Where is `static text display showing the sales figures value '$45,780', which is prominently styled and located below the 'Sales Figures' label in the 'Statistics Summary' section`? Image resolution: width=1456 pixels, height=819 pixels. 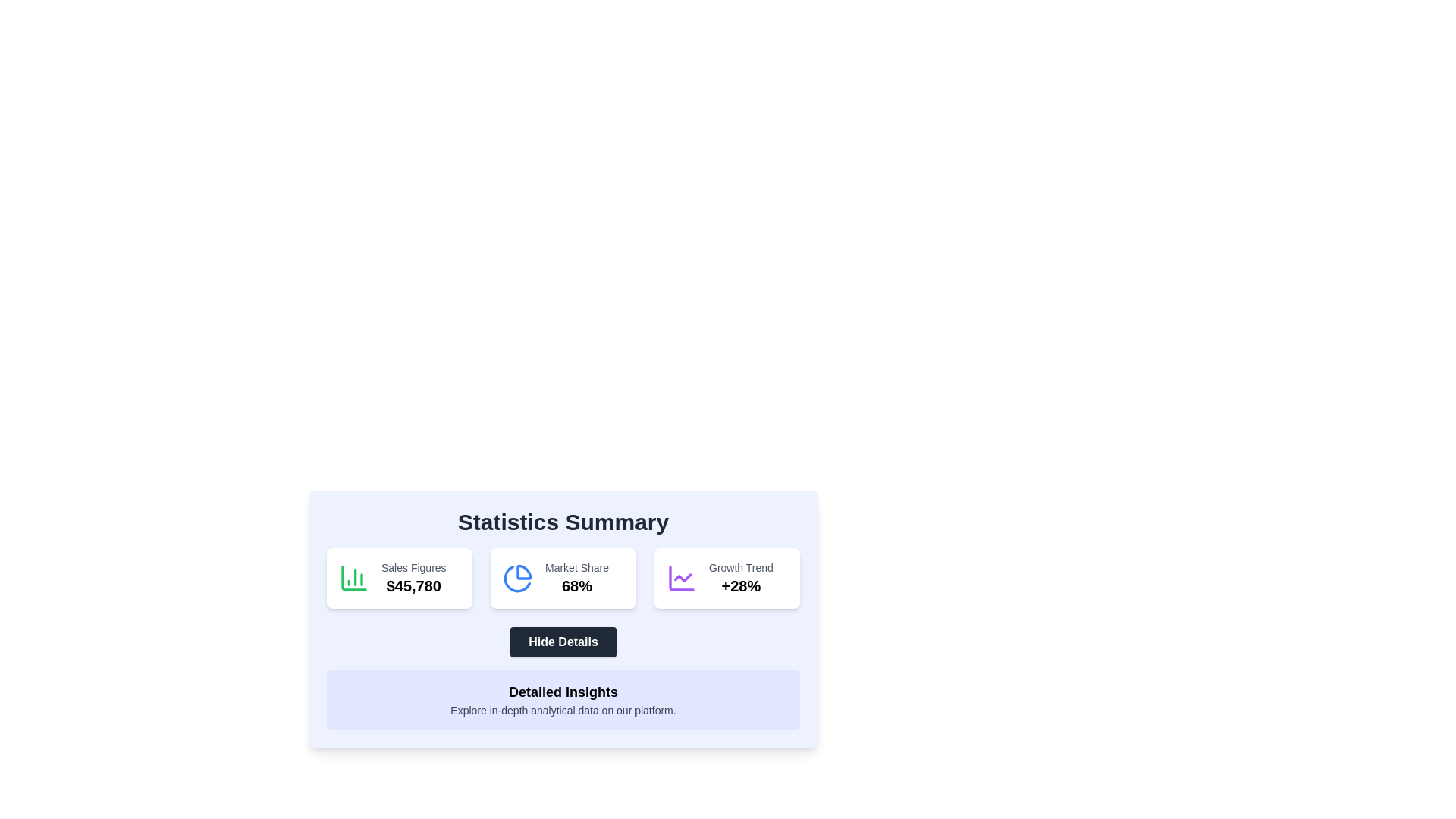 static text display showing the sales figures value '$45,780', which is prominently styled and located below the 'Sales Figures' label in the 'Statistics Summary' section is located at coordinates (413, 585).